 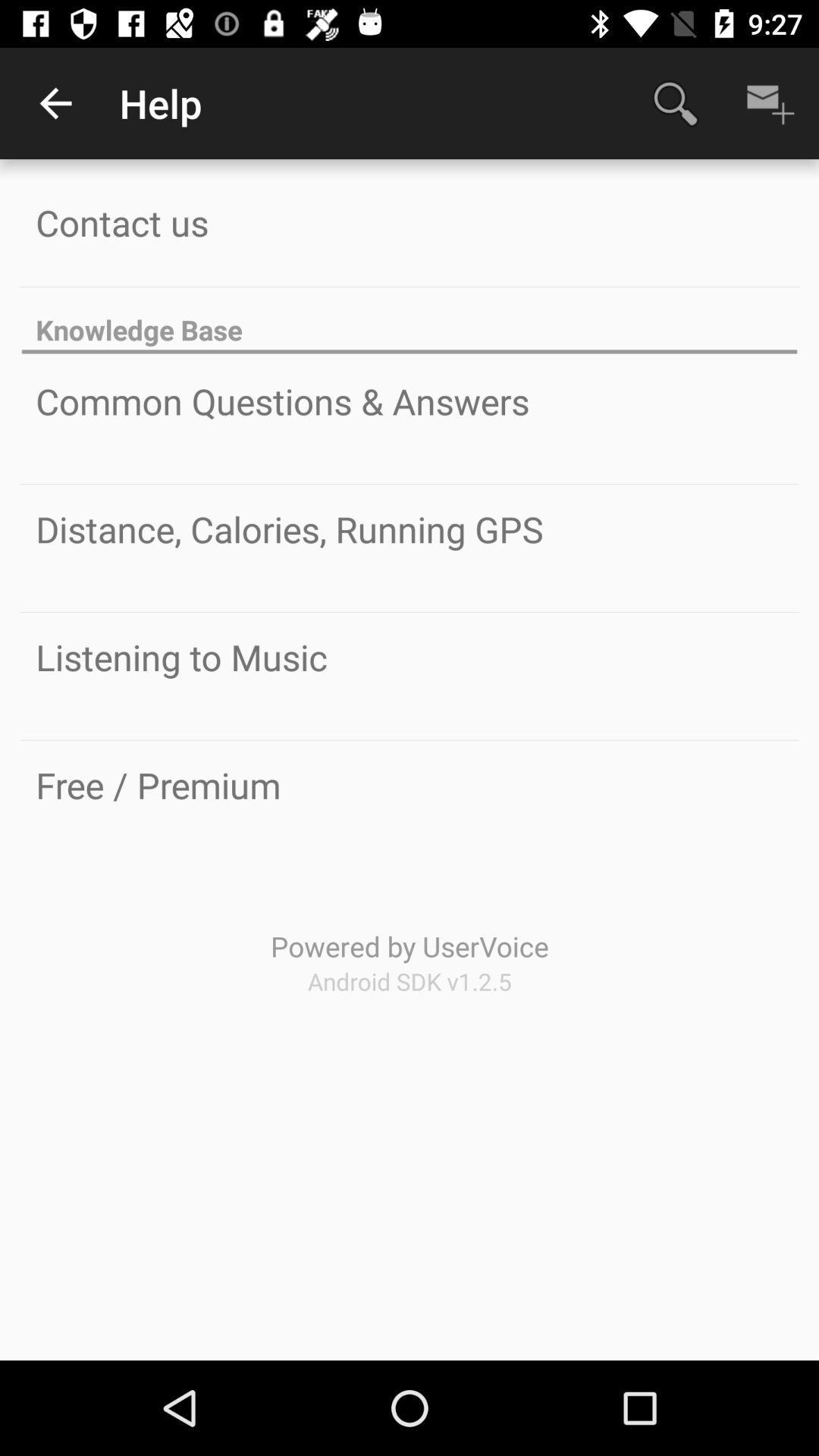 I want to click on item to the right of the help, so click(x=675, y=102).